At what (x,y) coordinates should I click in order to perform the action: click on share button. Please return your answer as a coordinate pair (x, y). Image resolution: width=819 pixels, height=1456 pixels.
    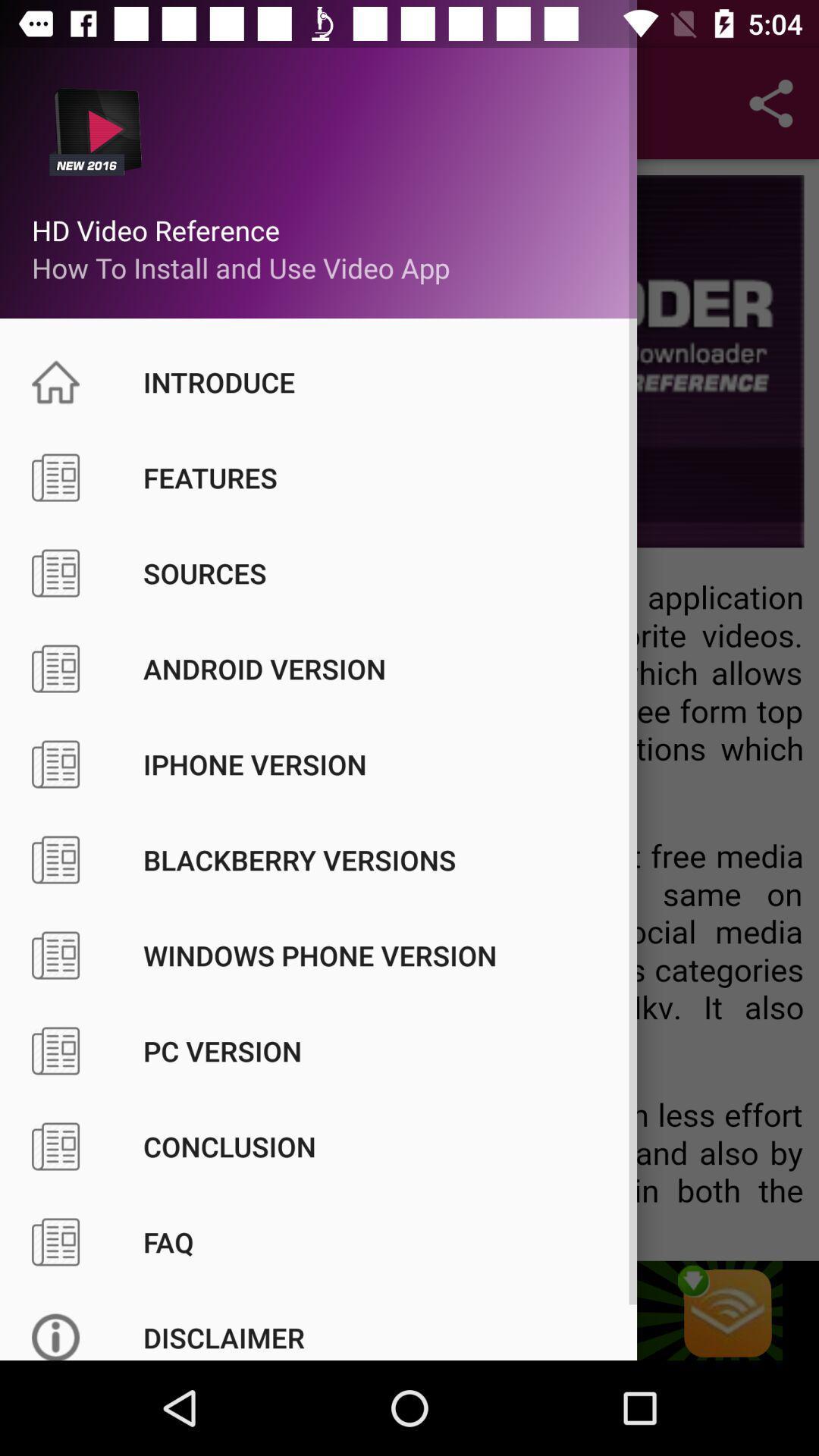
    Looking at the image, I should click on (771, 103).